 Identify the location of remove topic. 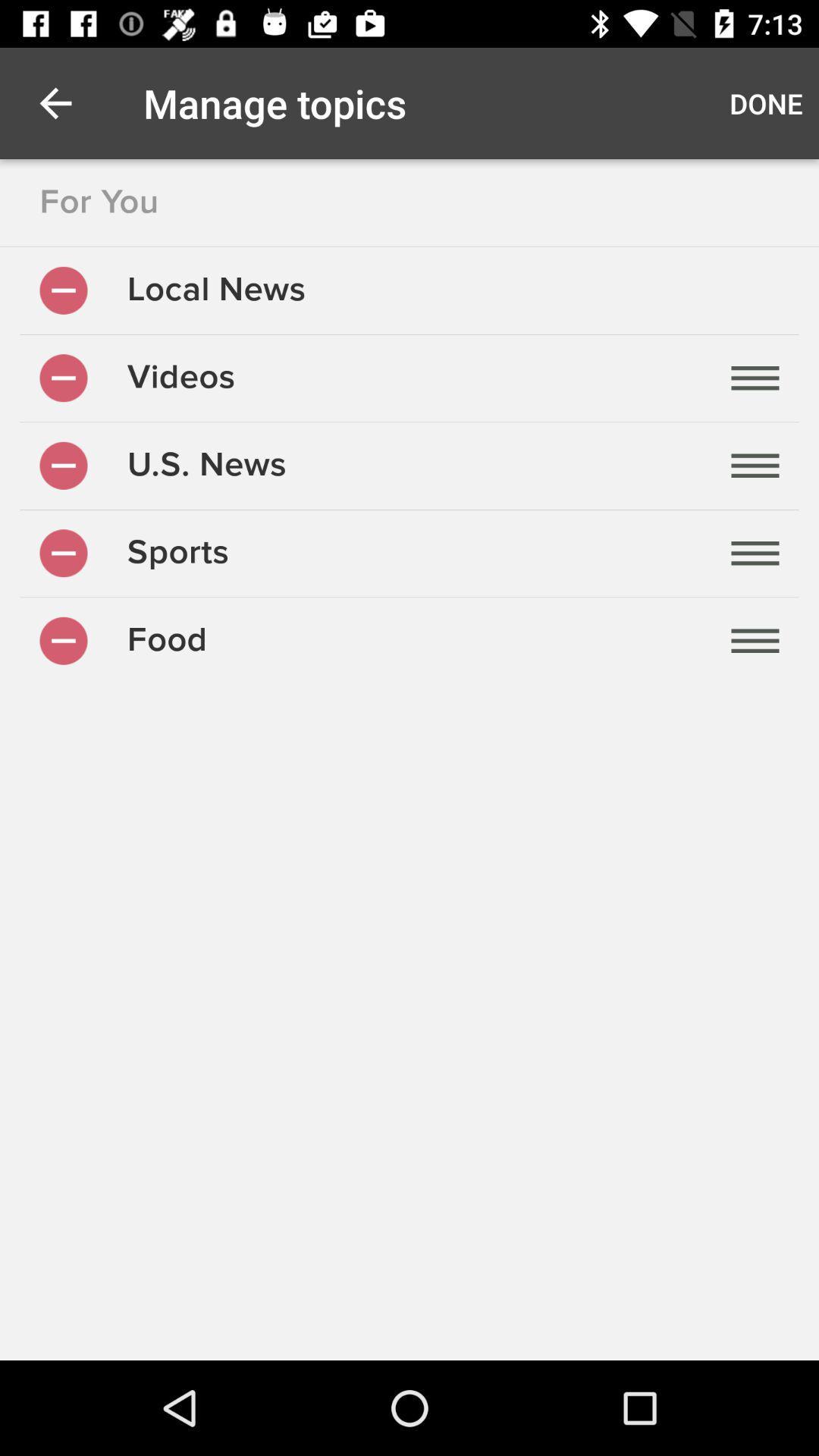
(63, 641).